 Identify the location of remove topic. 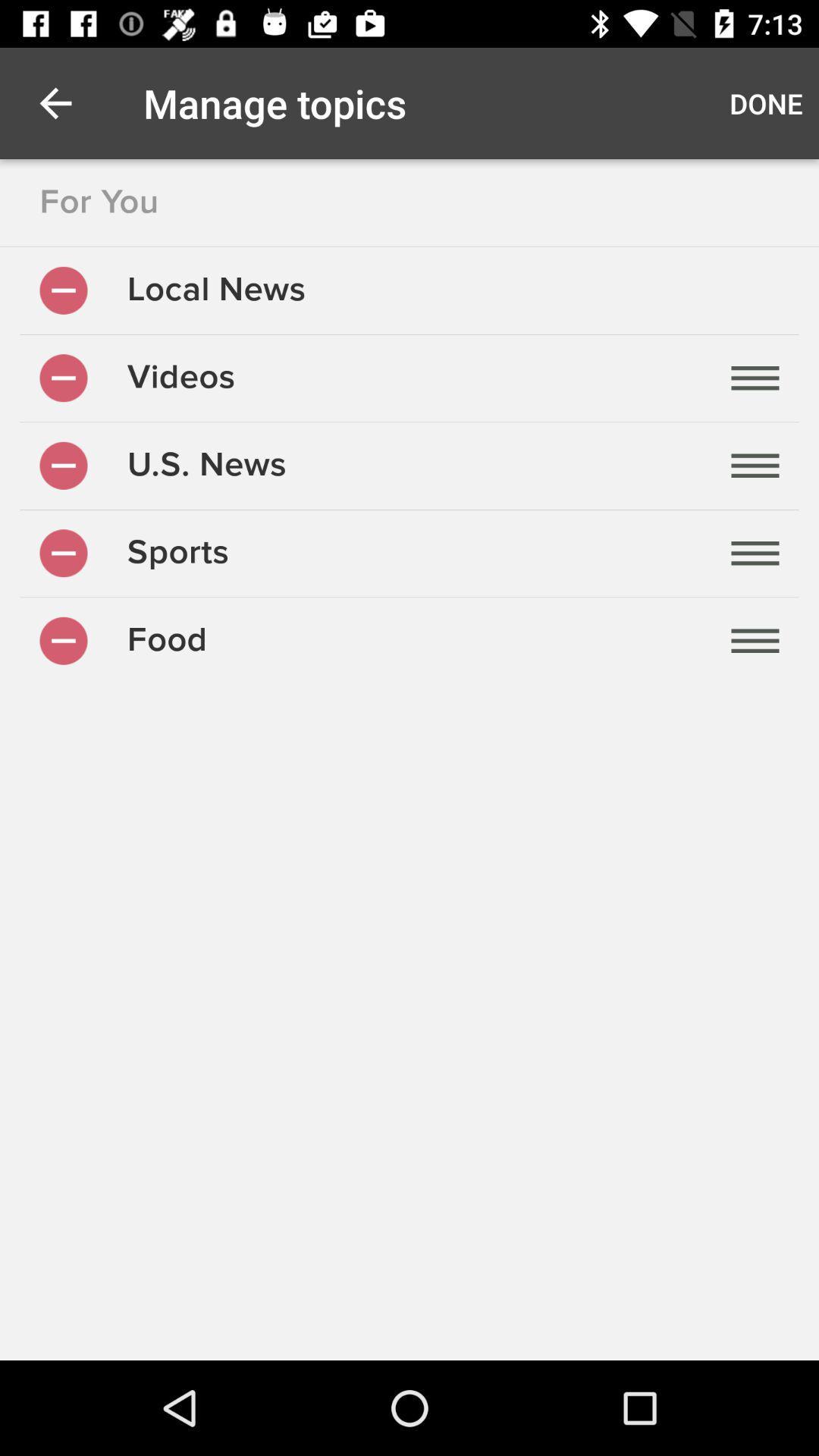
(63, 641).